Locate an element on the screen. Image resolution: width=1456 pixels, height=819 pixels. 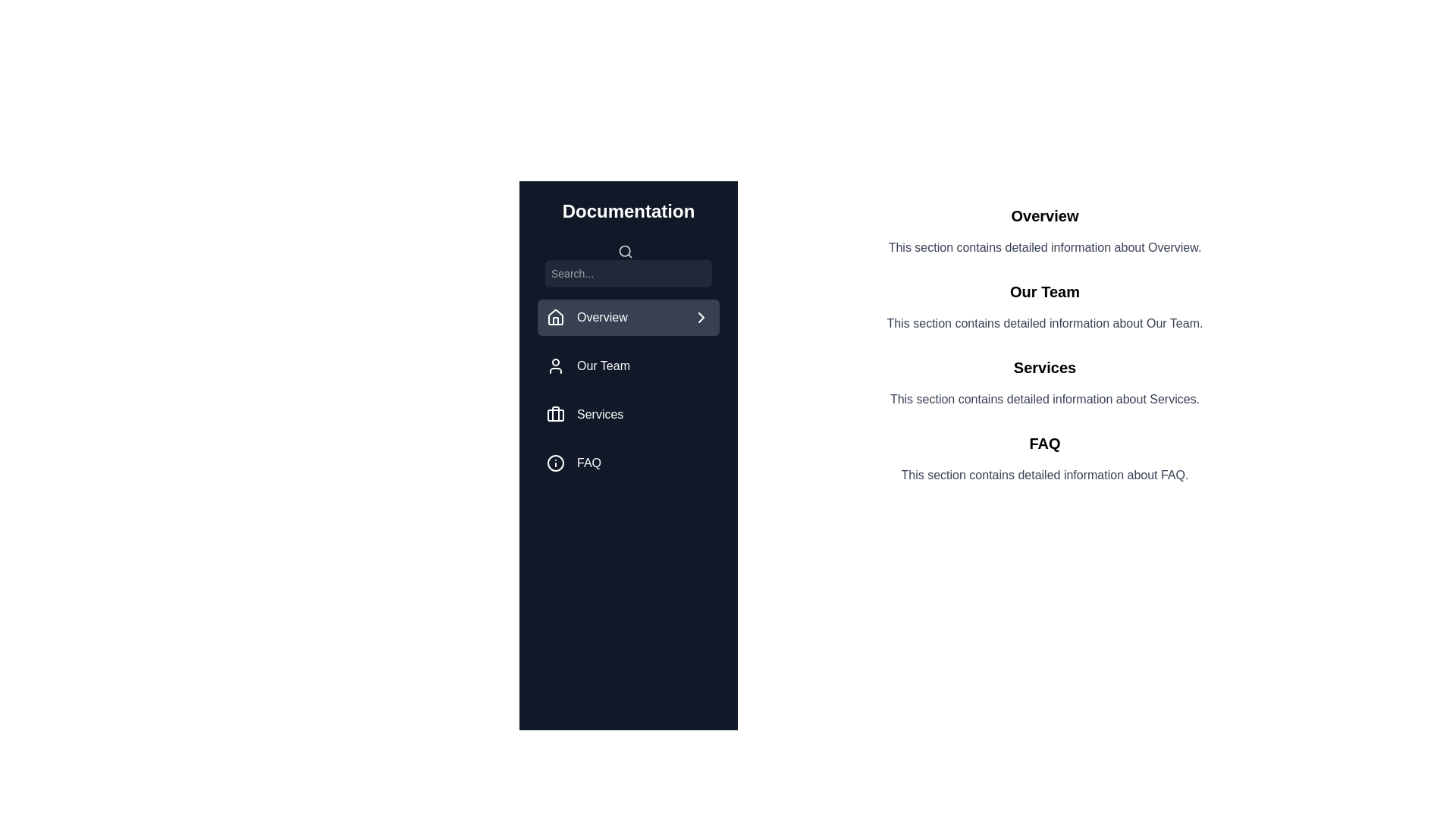
the text label that contains the sentence 'This section contains detailed information about Services.', which is styled in medium-sized gray font and positioned below the 'Services' header is located at coordinates (1043, 399).